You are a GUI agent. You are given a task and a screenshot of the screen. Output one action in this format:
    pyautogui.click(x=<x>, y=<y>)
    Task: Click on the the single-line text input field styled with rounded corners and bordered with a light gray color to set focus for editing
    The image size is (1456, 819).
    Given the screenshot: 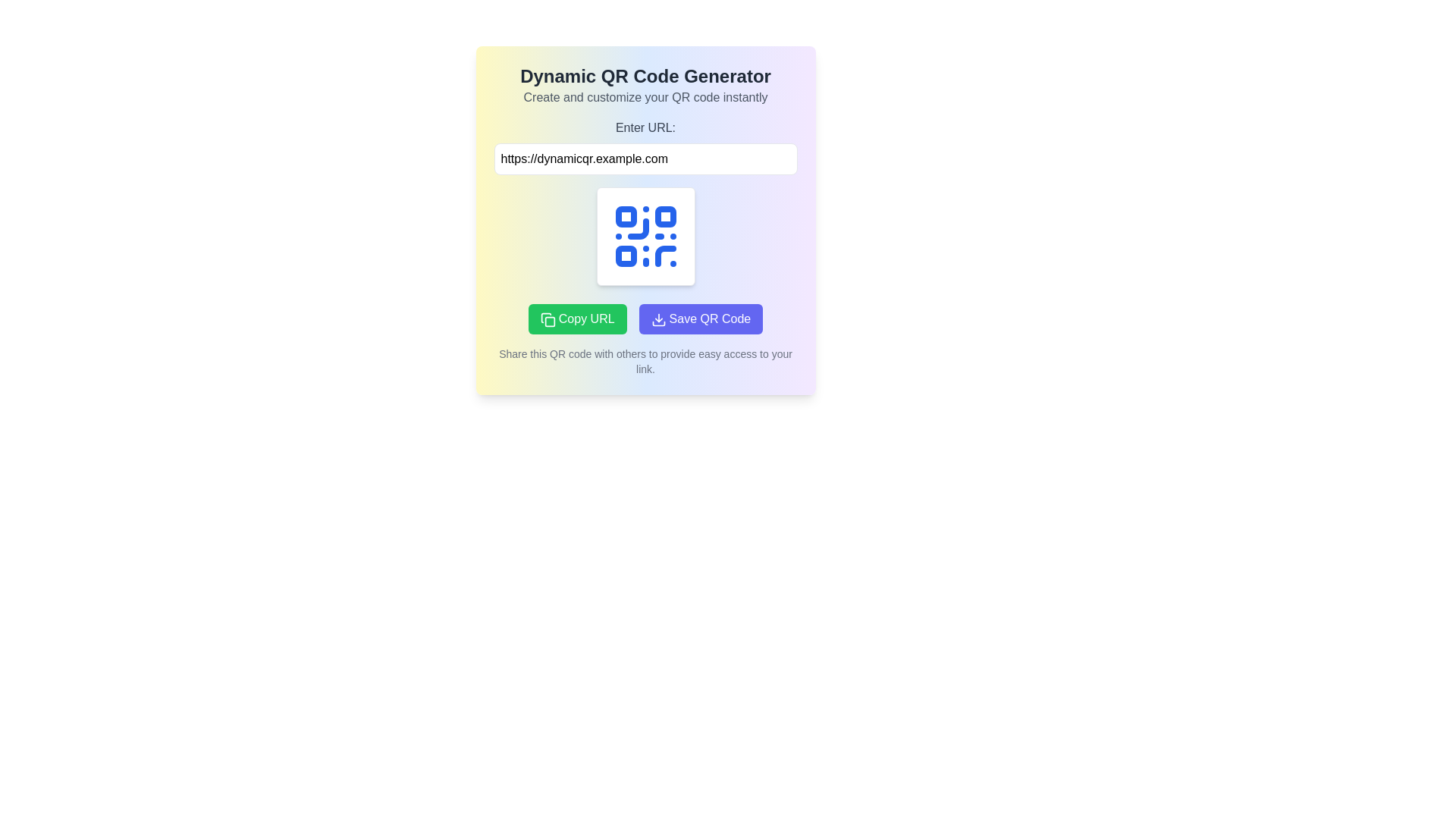 What is the action you would take?
    pyautogui.click(x=645, y=158)
    